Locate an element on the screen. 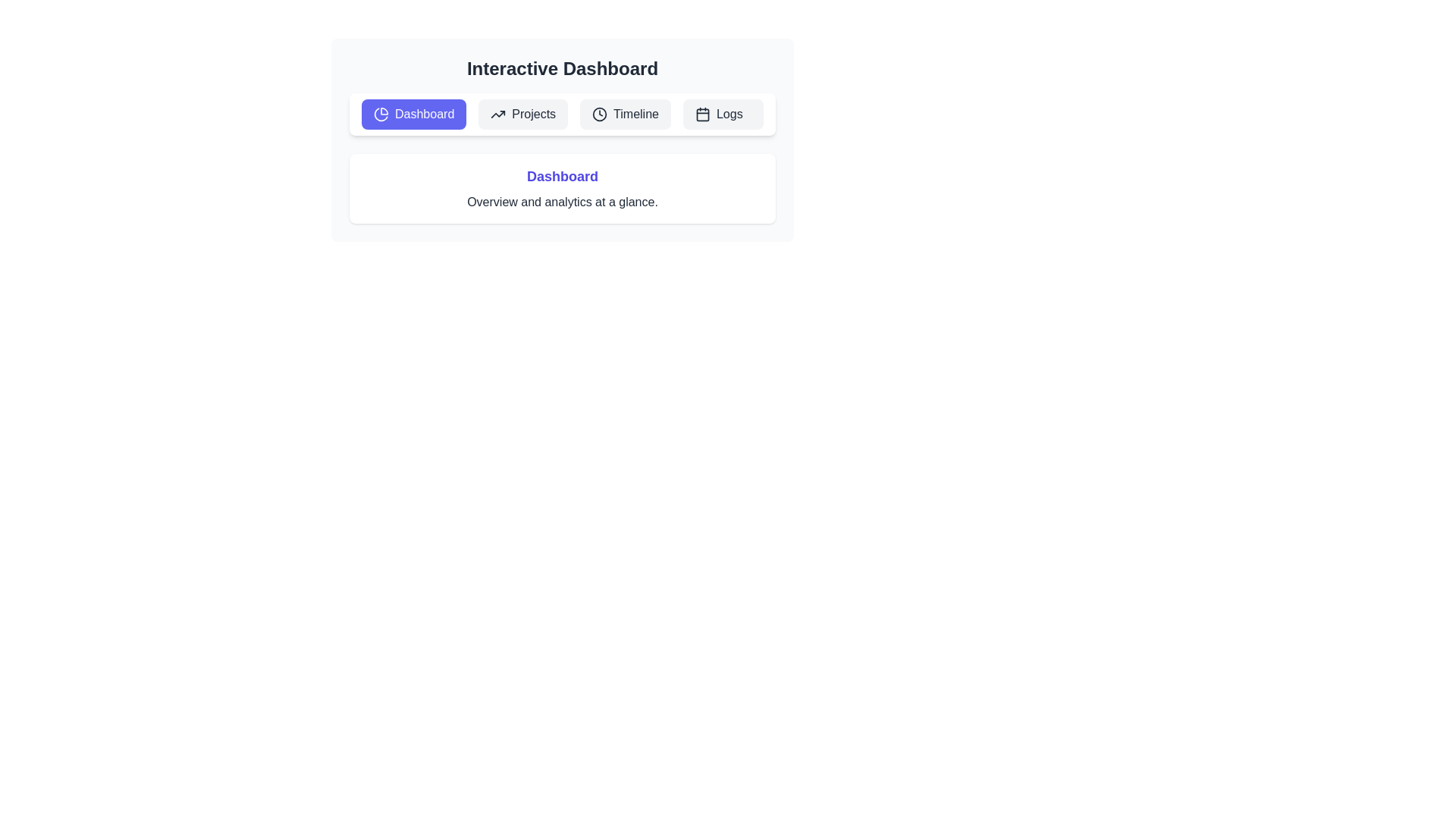  the 'Dashboard' button located at the top-left of the interface to trigger the tooltip if available is located at coordinates (414, 113).